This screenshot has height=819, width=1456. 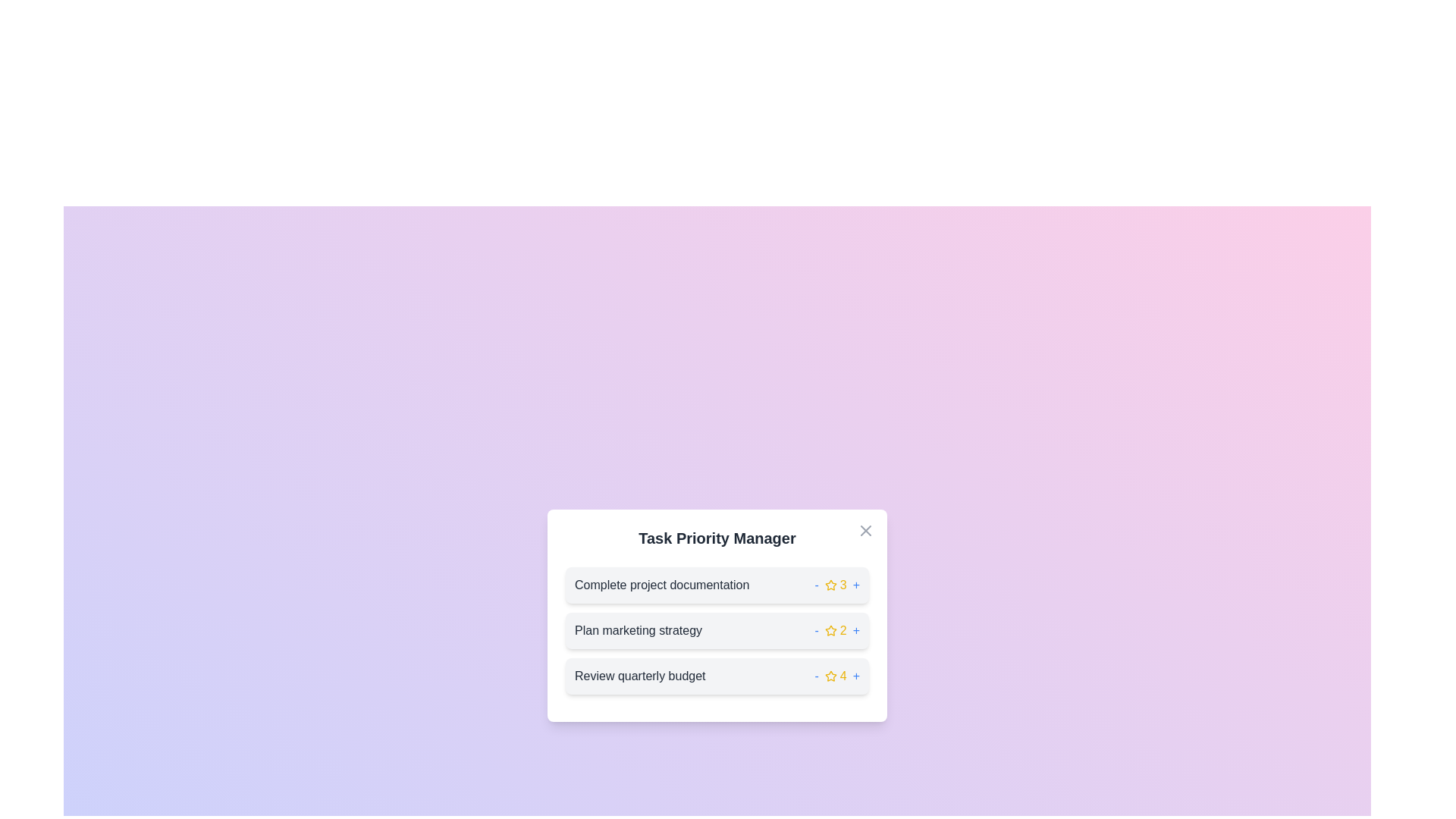 I want to click on '+' button next to the task with ID 3, so click(x=856, y=675).